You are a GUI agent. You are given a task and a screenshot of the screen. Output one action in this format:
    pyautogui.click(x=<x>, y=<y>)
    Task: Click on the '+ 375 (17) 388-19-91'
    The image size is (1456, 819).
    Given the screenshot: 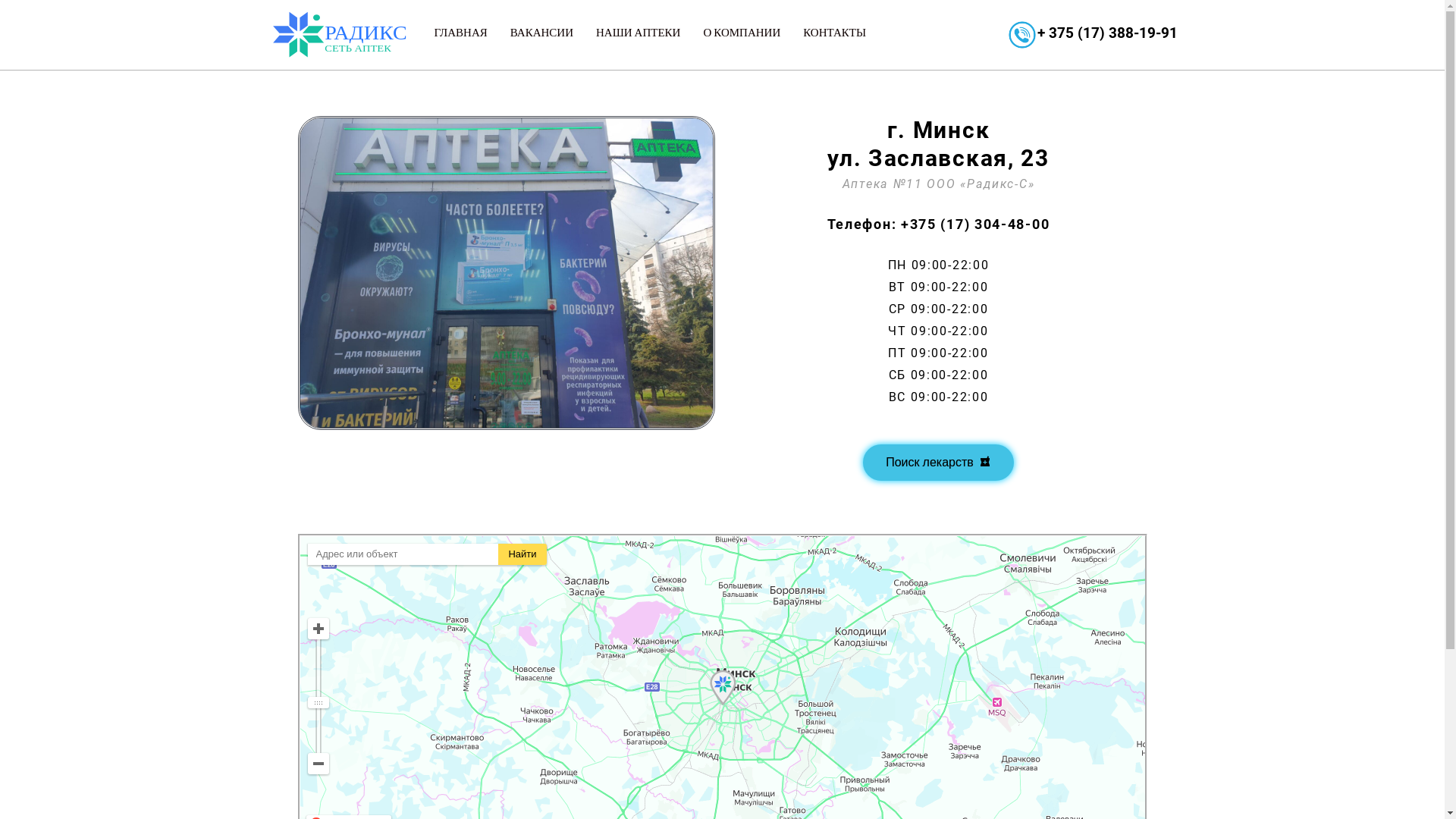 What is the action you would take?
    pyautogui.click(x=1107, y=33)
    